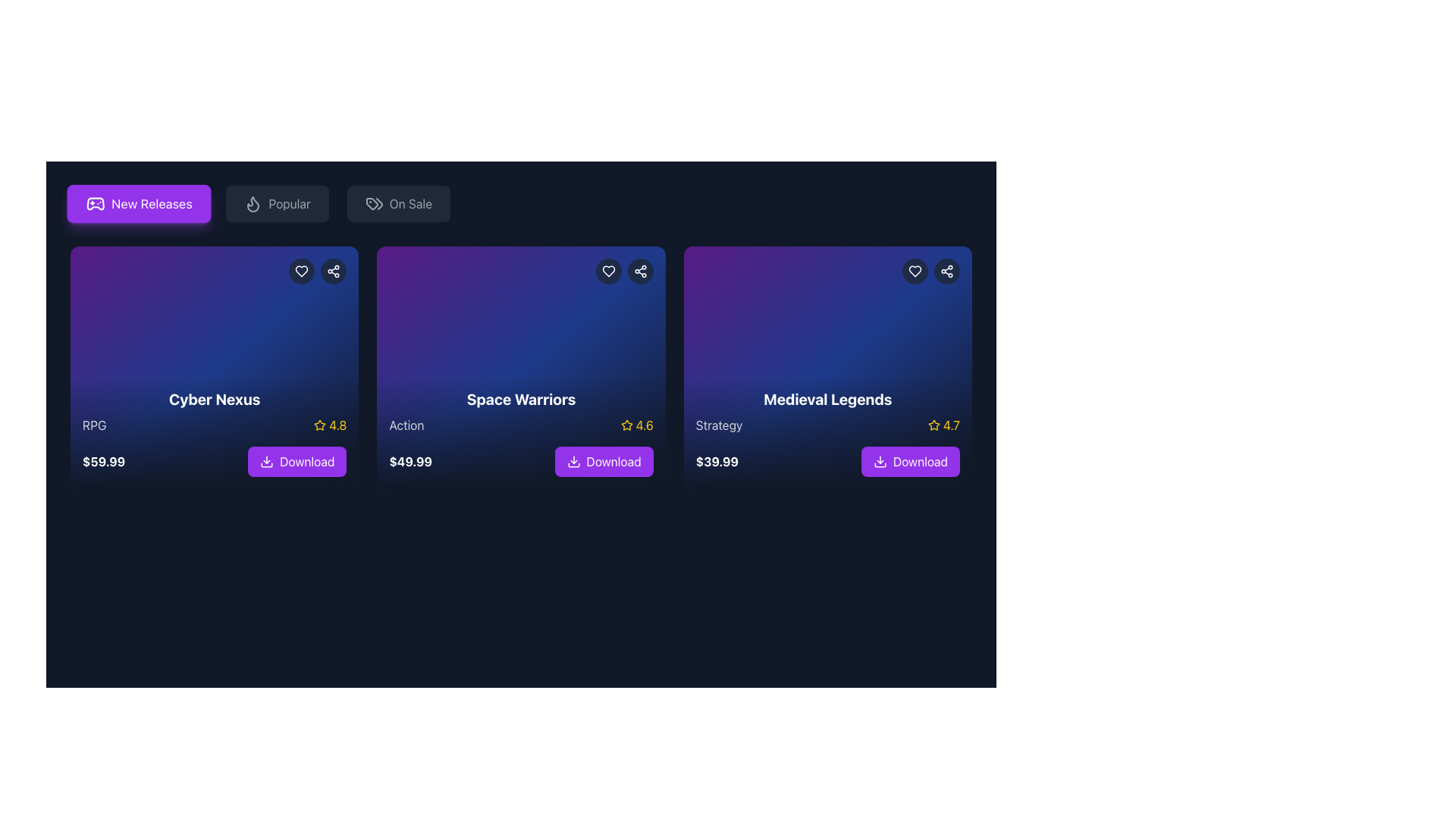 Image resolution: width=1456 pixels, height=819 pixels. Describe the element at coordinates (302, 271) in the screenshot. I see `the heart icon in the top-right corner of the 'Cyber Nexus' card` at that location.